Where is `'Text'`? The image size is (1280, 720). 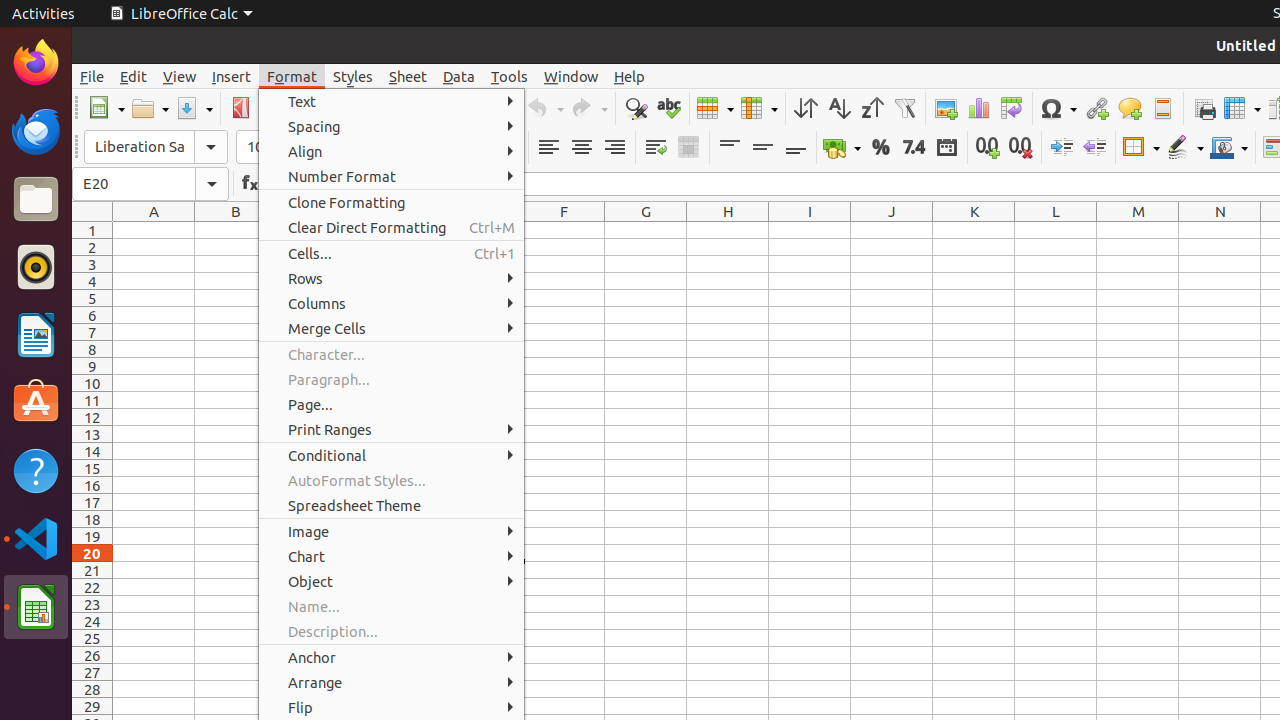
'Text' is located at coordinates (391, 101).